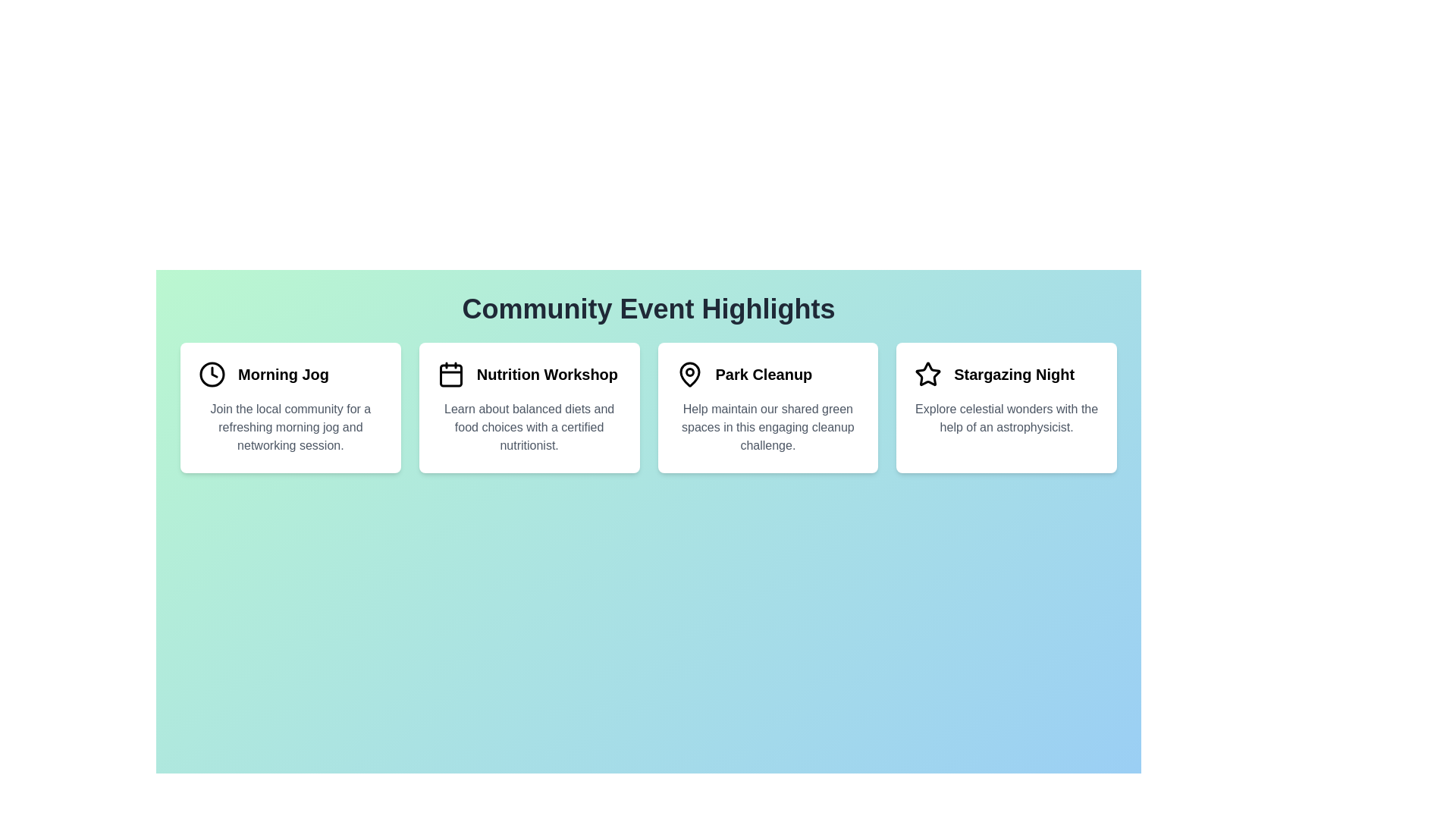 This screenshot has height=819, width=1456. What do you see at coordinates (290, 374) in the screenshot?
I see `the Text block with the accompanying icon that serves as a label for the event card titled 'Morning Jog' in the 'Community Event Highlights' section` at bounding box center [290, 374].